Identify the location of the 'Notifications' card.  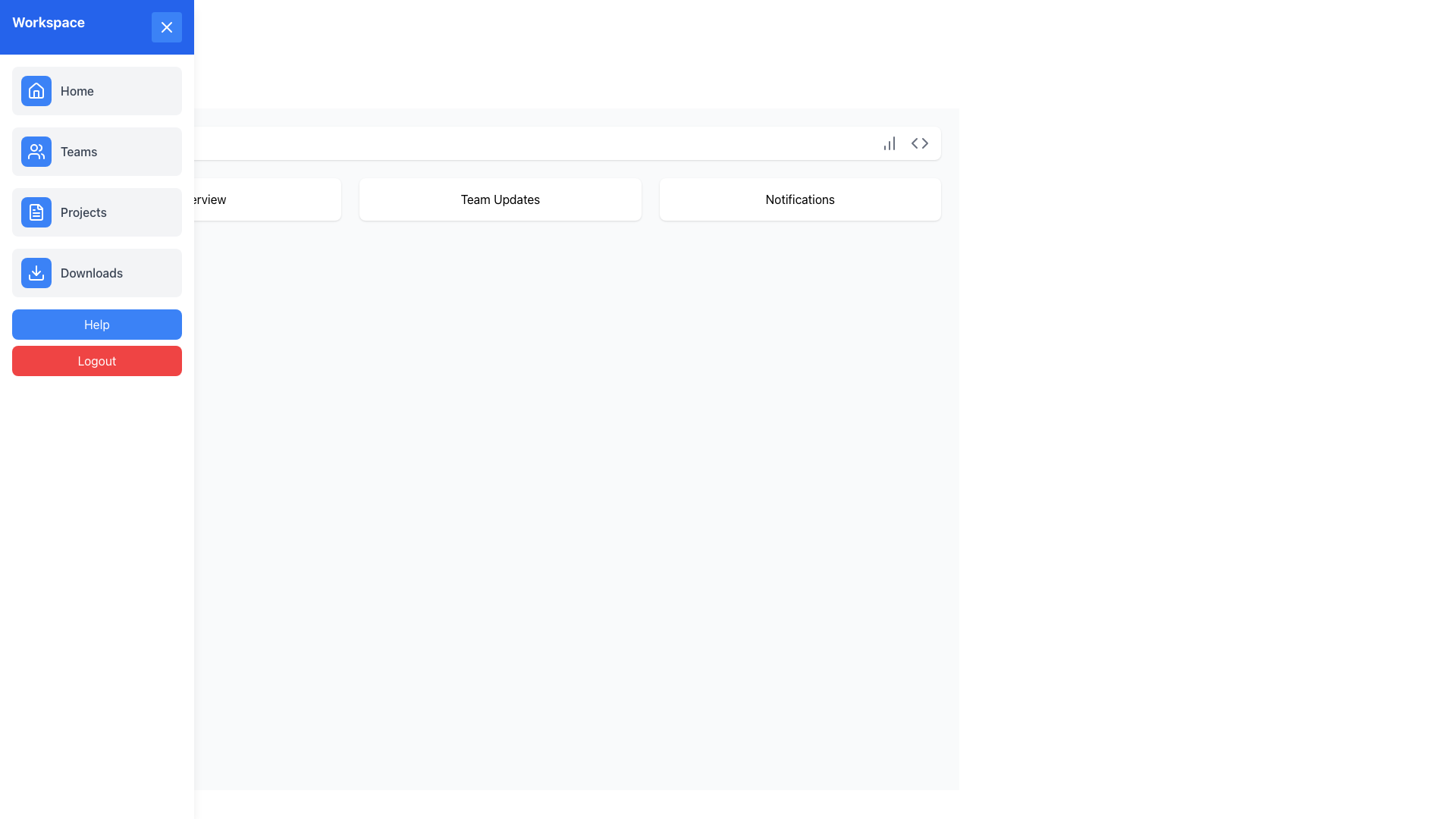
(799, 198).